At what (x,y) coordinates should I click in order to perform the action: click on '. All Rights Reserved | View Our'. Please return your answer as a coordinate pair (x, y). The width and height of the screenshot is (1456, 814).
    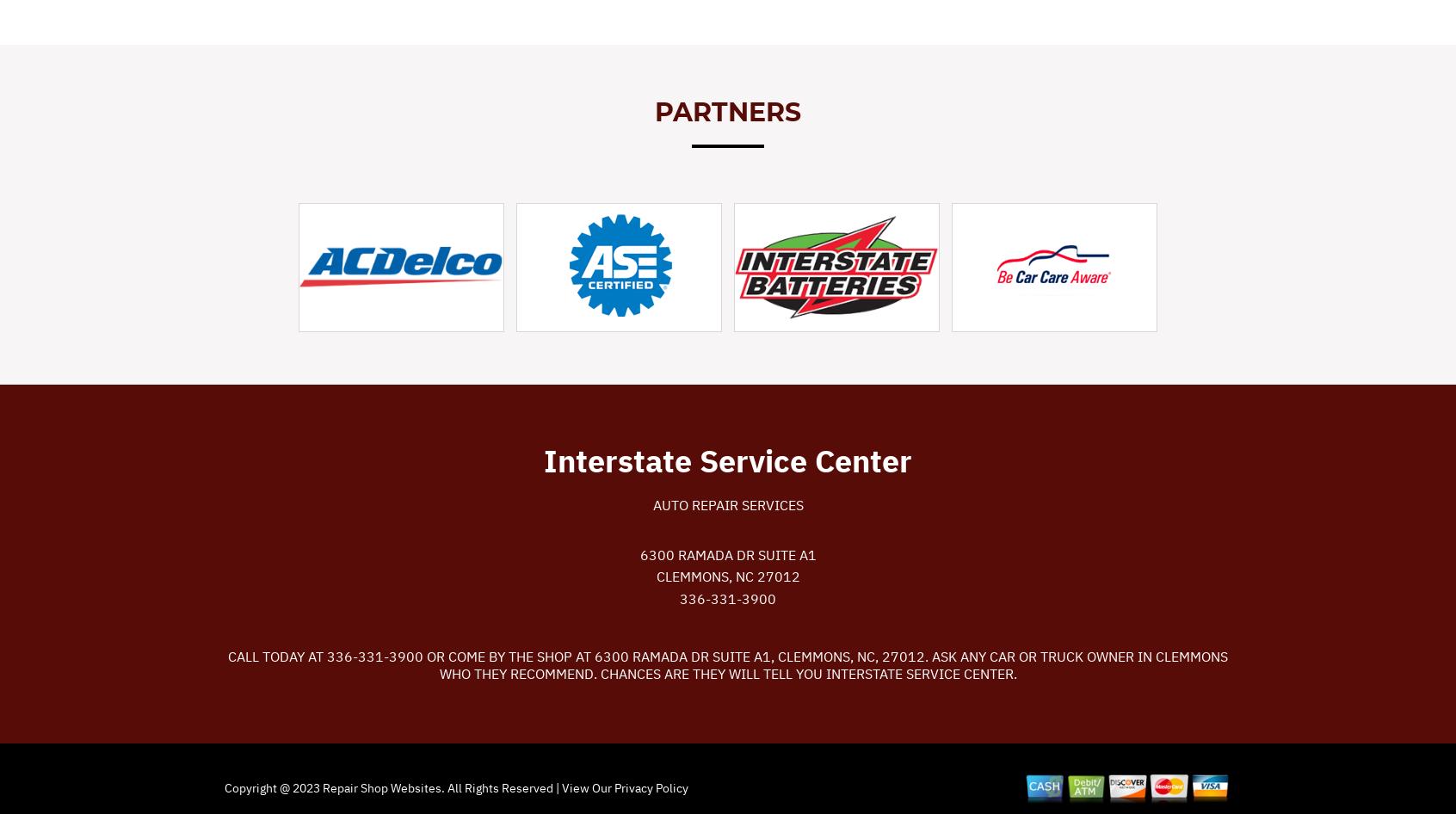
    Looking at the image, I should click on (527, 786).